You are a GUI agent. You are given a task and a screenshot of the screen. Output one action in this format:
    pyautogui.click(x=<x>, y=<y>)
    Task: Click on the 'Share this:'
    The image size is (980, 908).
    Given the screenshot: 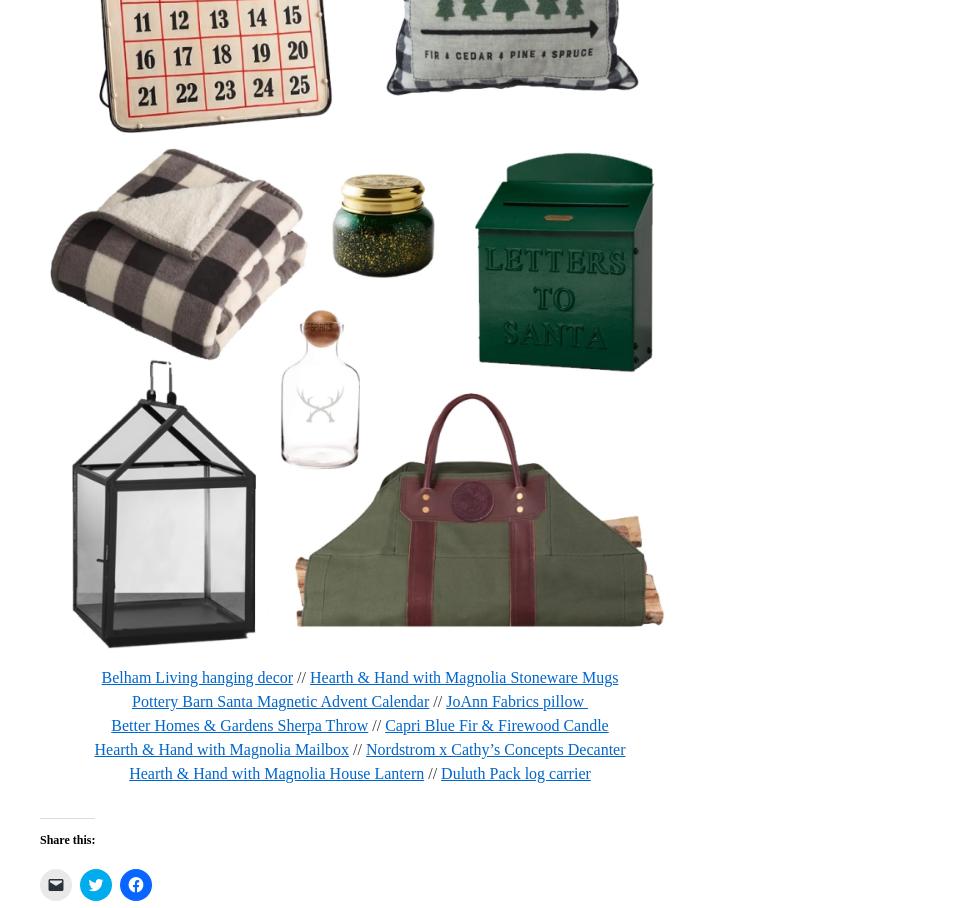 What is the action you would take?
    pyautogui.click(x=39, y=837)
    